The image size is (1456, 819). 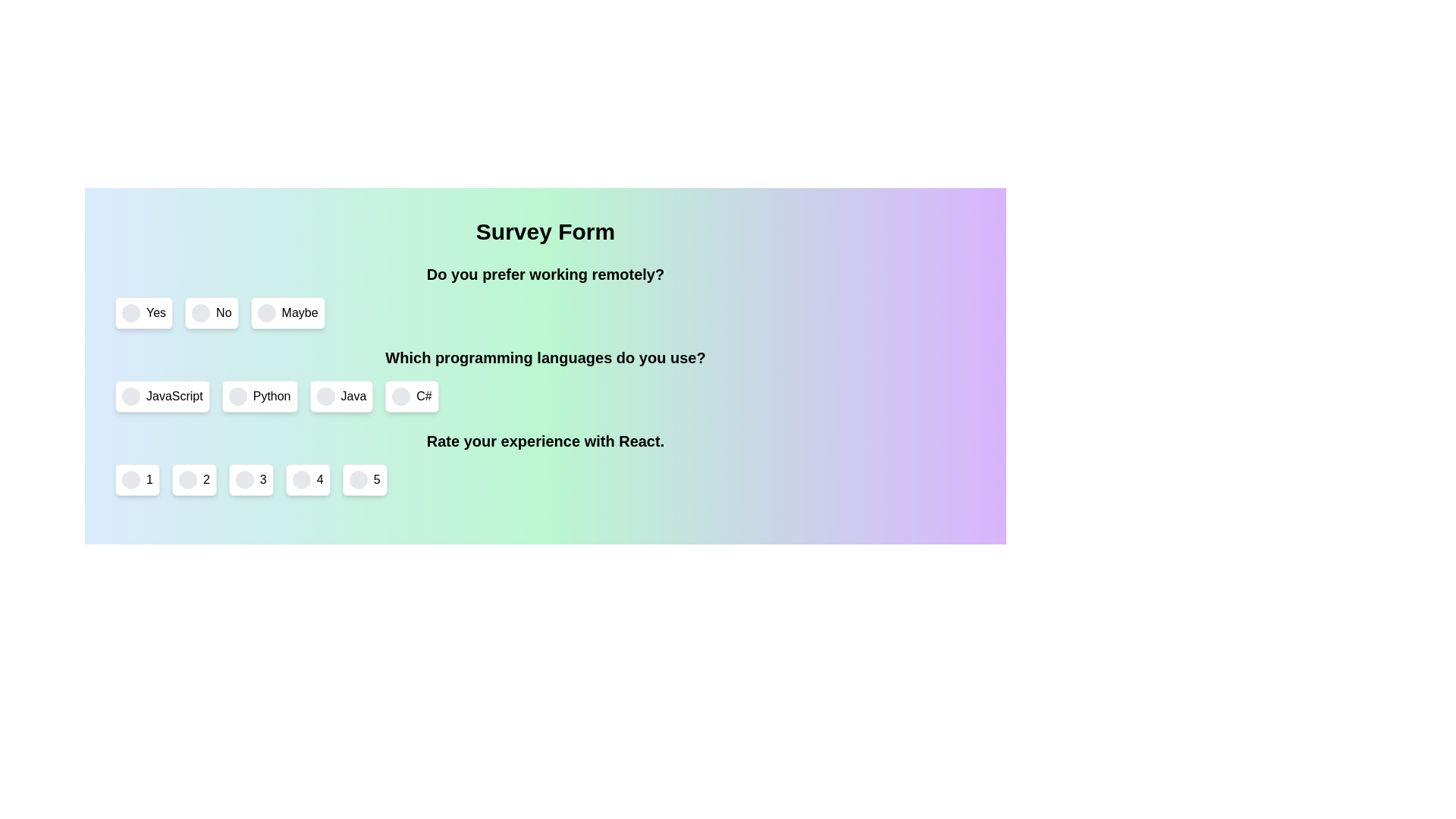 What do you see at coordinates (223, 312) in the screenshot?
I see `text of the label that says 'No.' which is part of a horizontal group of options labeled 'Yes,' 'No,' and 'Maybe.' It is located in the top left quadrant of the interface, next to the circular selection indicator` at bounding box center [223, 312].